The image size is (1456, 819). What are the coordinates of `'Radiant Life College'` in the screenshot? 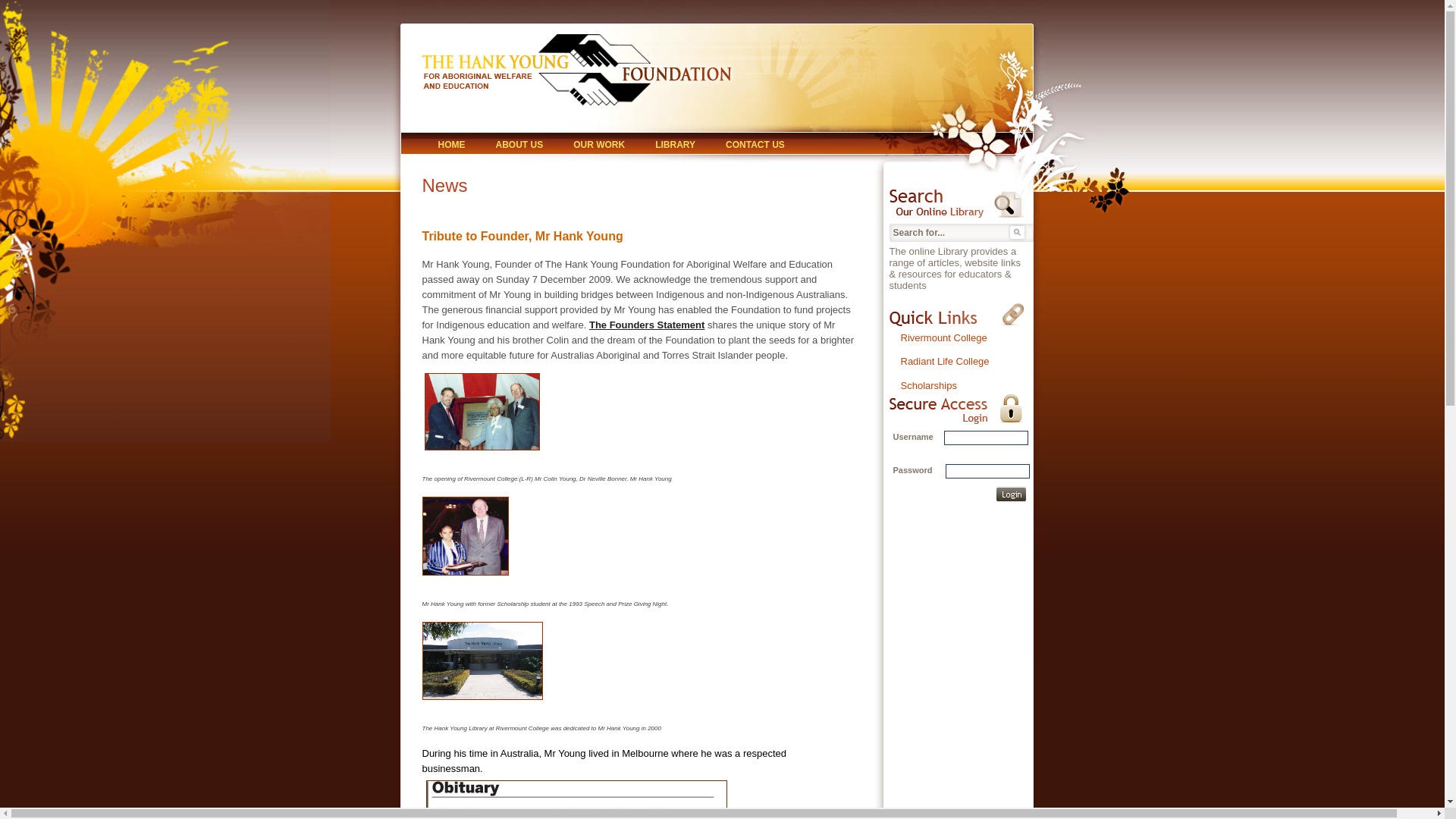 It's located at (944, 361).